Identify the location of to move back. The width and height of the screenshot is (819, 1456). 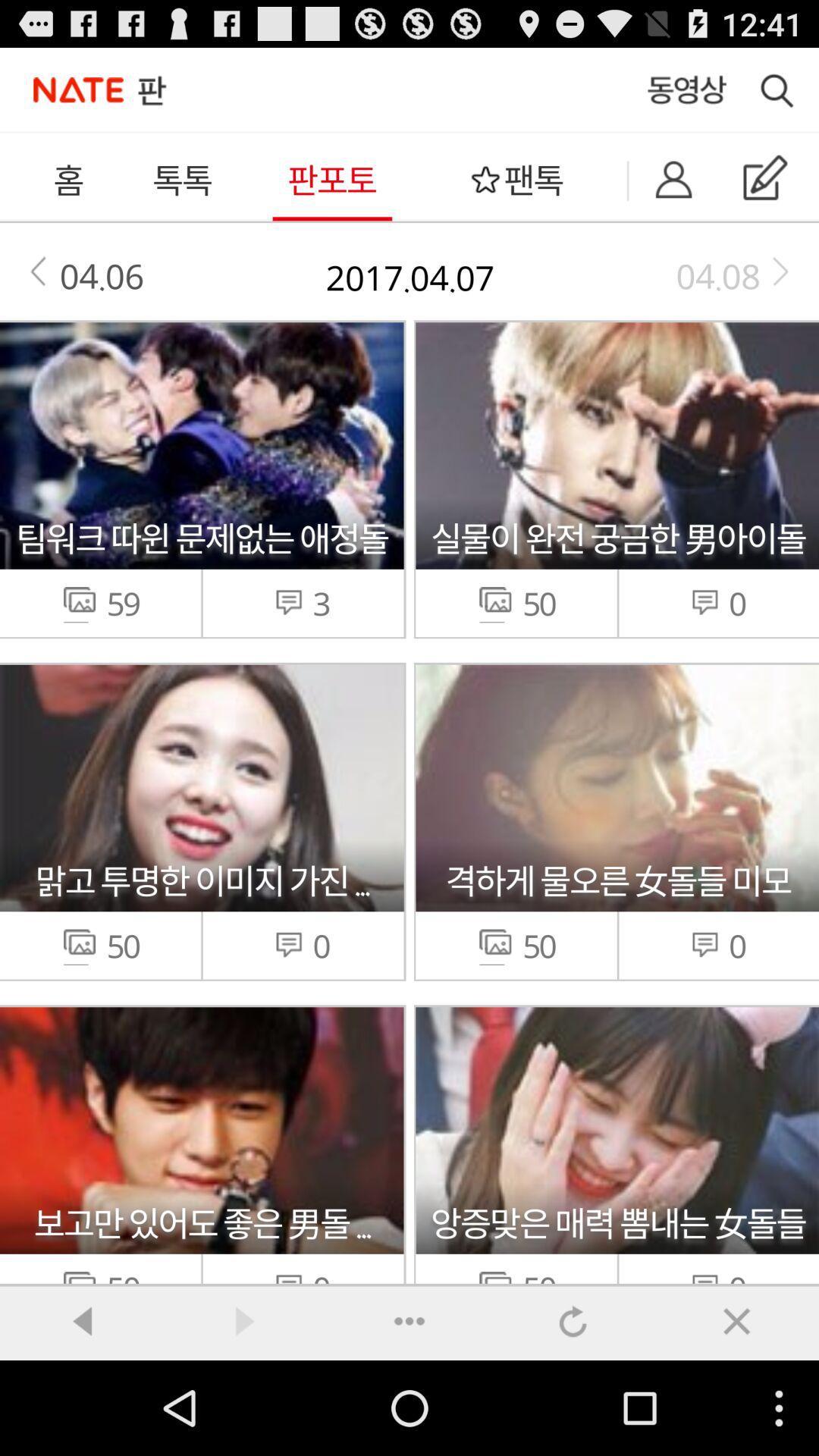
(82, 1320).